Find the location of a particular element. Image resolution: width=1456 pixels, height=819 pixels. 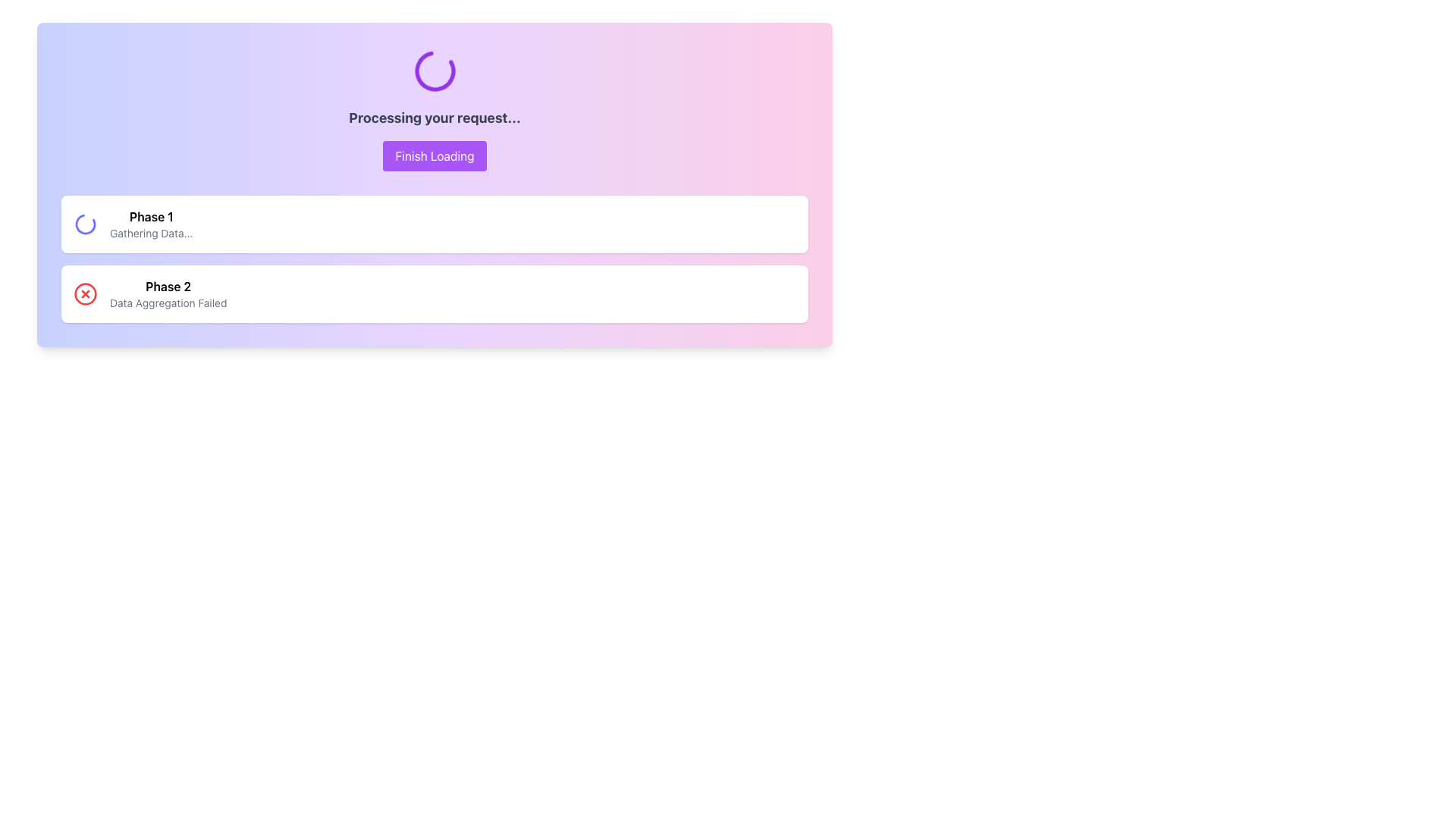

the 'Finish Loading' button with a purple background to change its background color to a darker purple is located at coordinates (434, 155).